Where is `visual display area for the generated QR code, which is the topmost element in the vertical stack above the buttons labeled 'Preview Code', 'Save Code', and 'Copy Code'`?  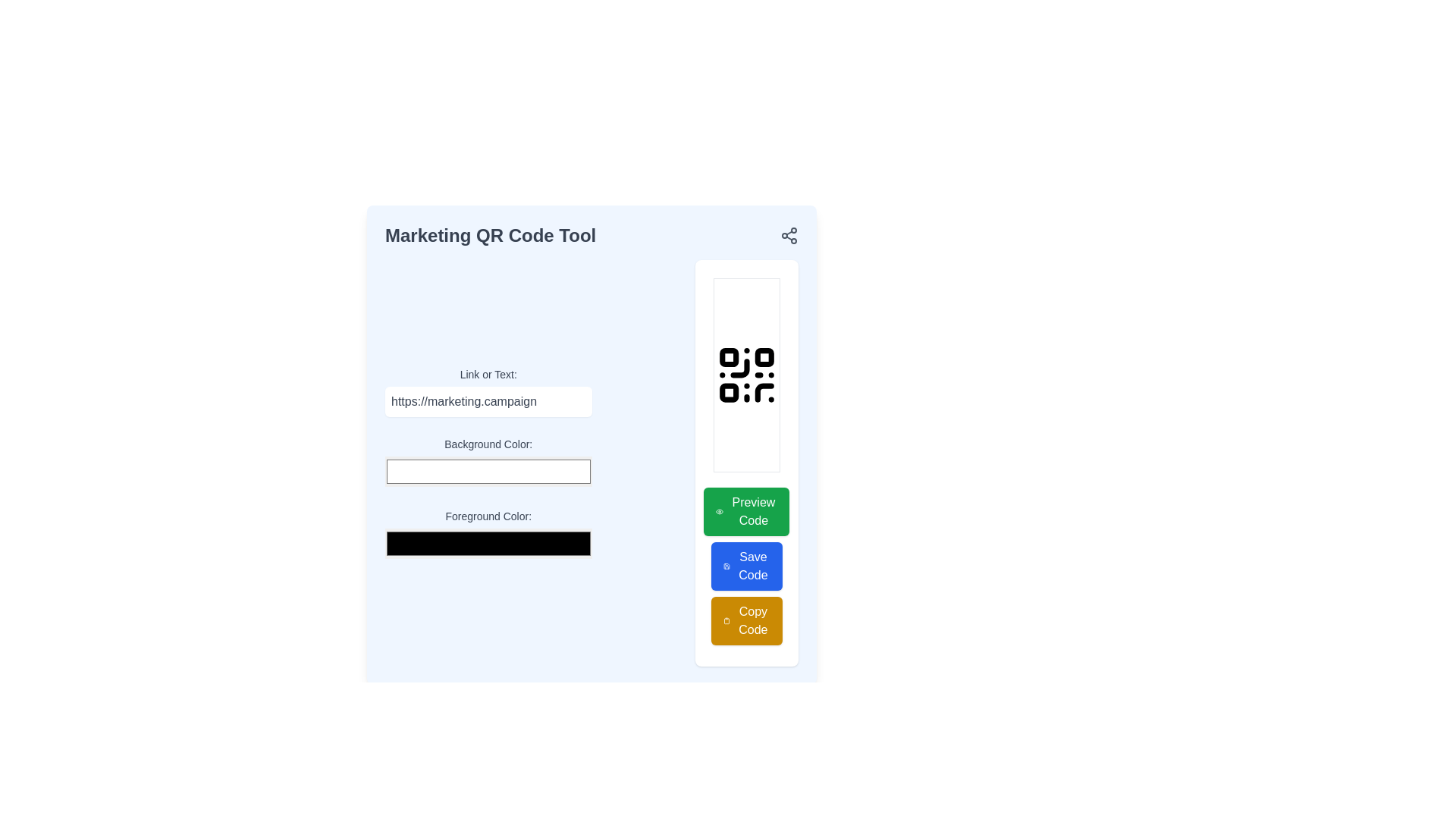
visual display area for the generated QR code, which is the topmost element in the vertical stack above the buttons labeled 'Preview Code', 'Save Code', and 'Copy Code' is located at coordinates (746, 375).